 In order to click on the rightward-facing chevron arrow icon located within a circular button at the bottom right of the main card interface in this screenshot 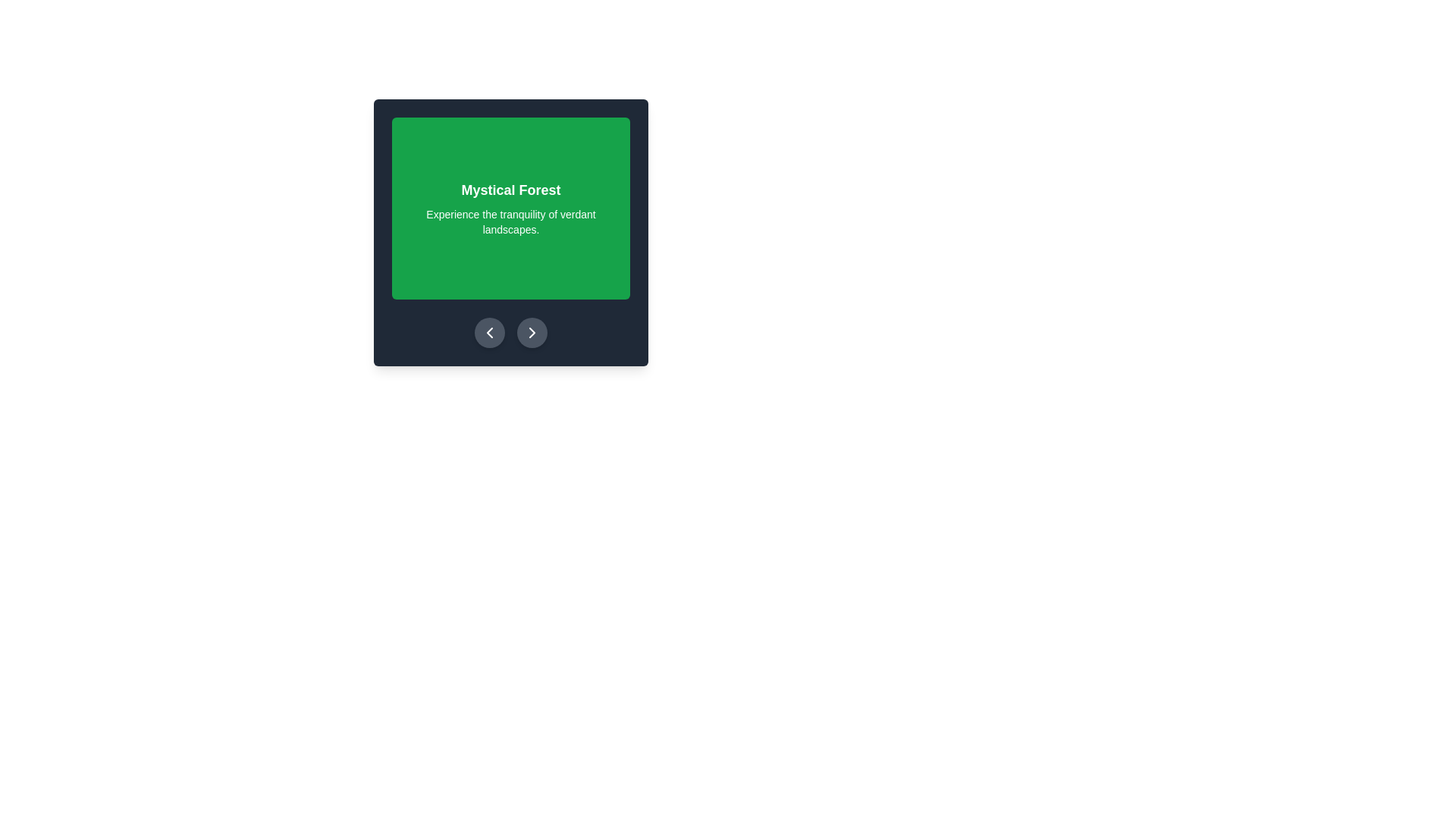, I will do `click(532, 332)`.